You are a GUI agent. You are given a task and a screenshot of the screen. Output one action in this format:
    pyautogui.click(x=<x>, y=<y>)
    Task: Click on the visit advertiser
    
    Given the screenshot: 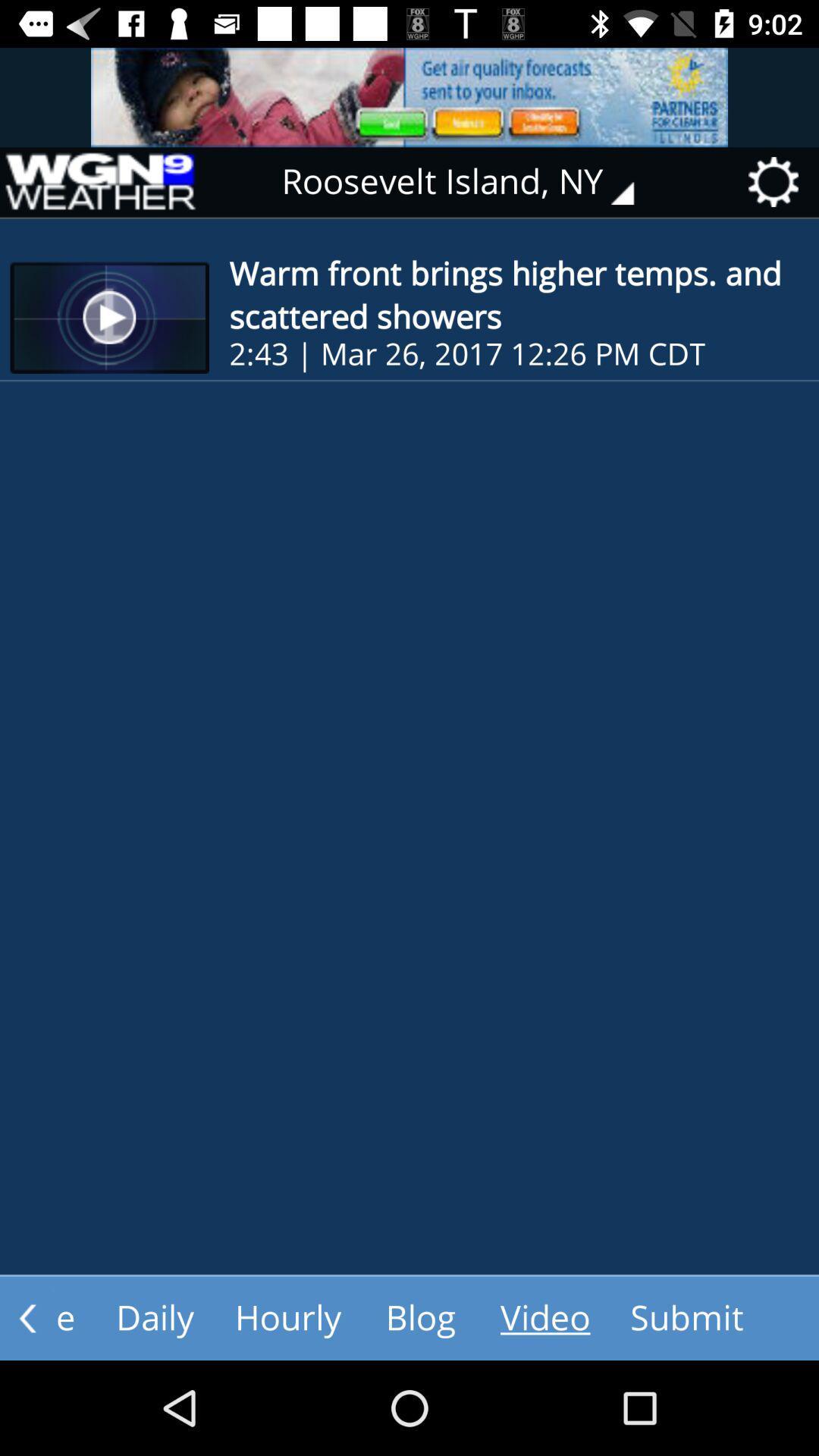 What is the action you would take?
    pyautogui.click(x=409, y=96)
    